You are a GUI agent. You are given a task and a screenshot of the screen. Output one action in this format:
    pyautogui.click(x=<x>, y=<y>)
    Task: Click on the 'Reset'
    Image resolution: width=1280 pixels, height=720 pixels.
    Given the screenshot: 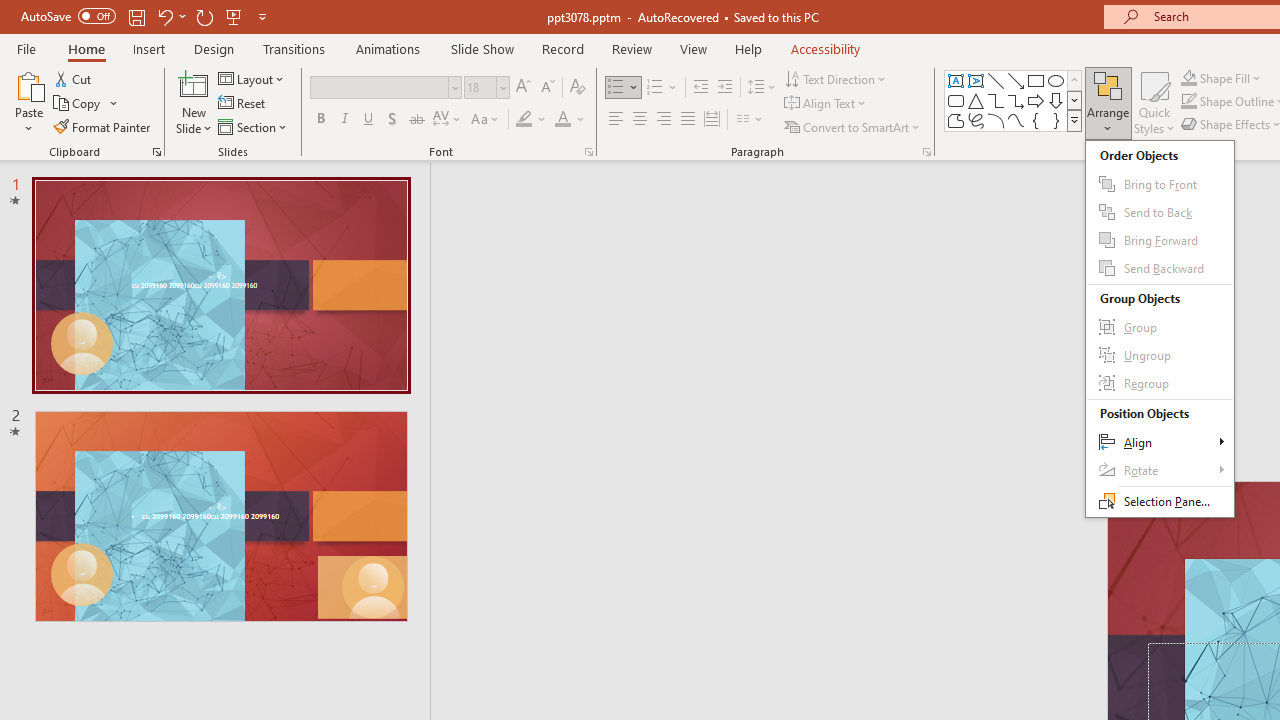 What is the action you would take?
    pyautogui.click(x=242, y=103)
    